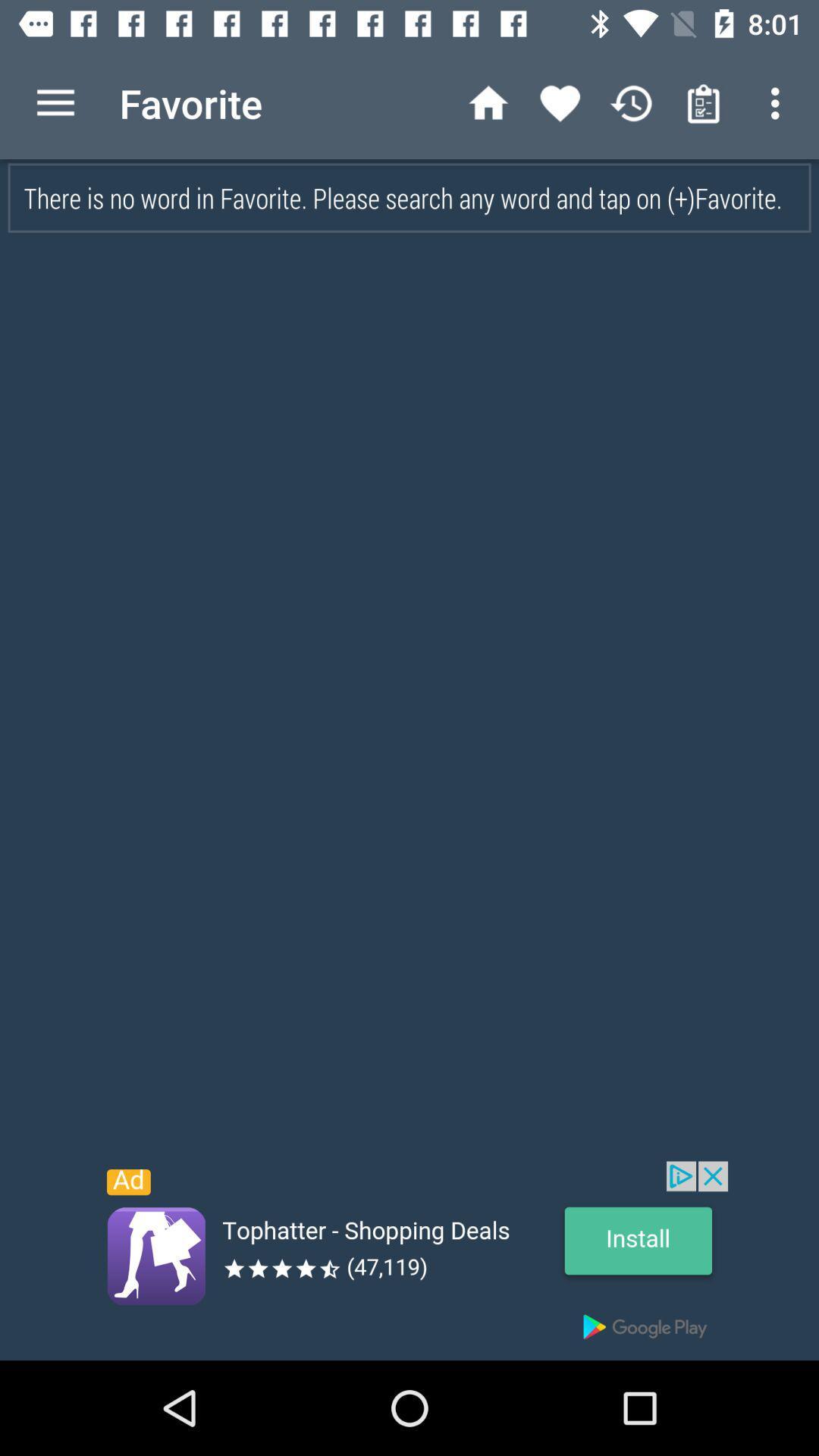 The width and height of the screenshot is (819, 1456). What do you see at coordinates (409, 1260) in the screenshot?
I see `link in advertisement` at bounding box center [409, 1260].